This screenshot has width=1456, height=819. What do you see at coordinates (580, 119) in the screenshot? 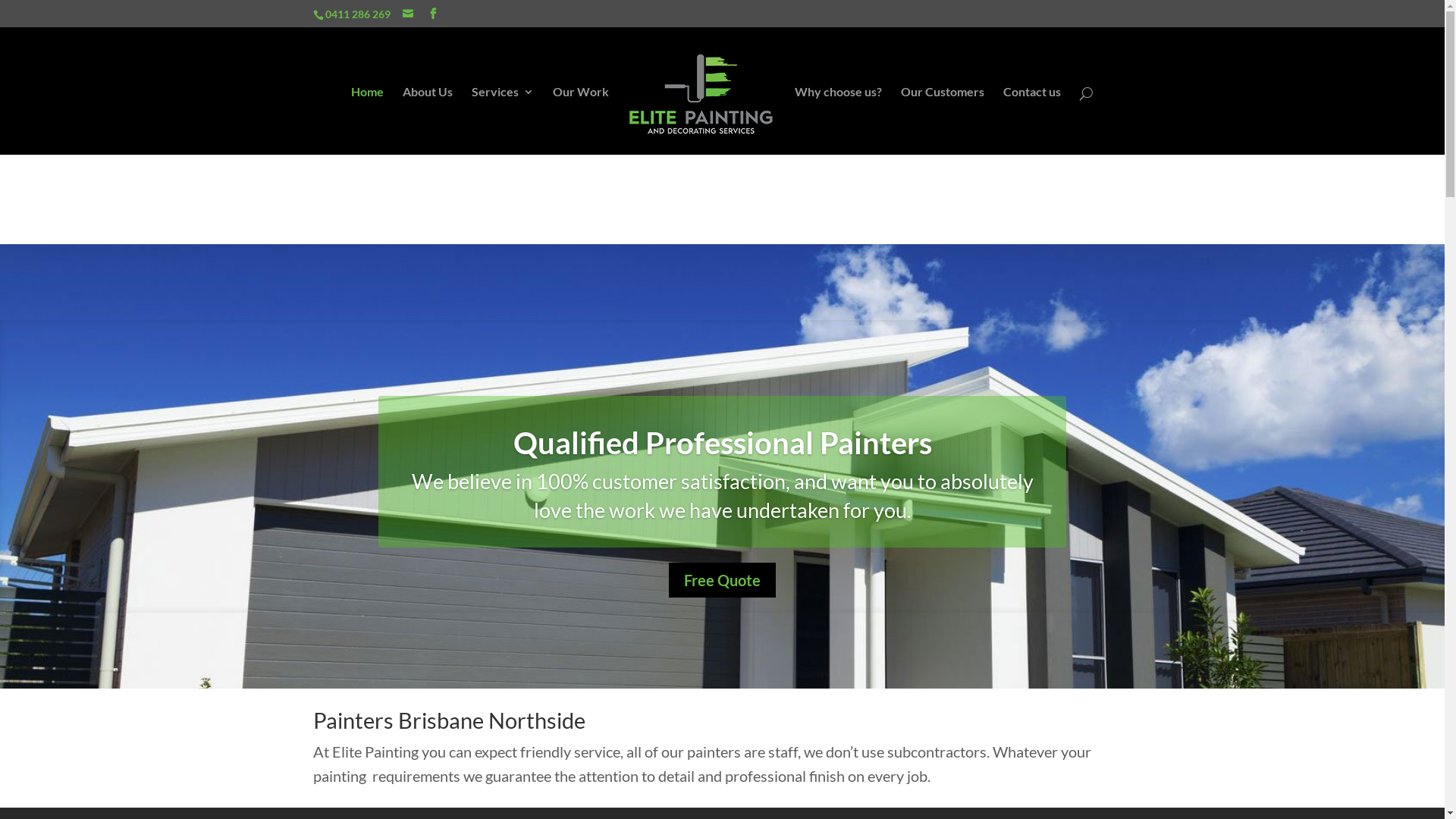
I see `'Our Work'` at bounding box center [580, 119].